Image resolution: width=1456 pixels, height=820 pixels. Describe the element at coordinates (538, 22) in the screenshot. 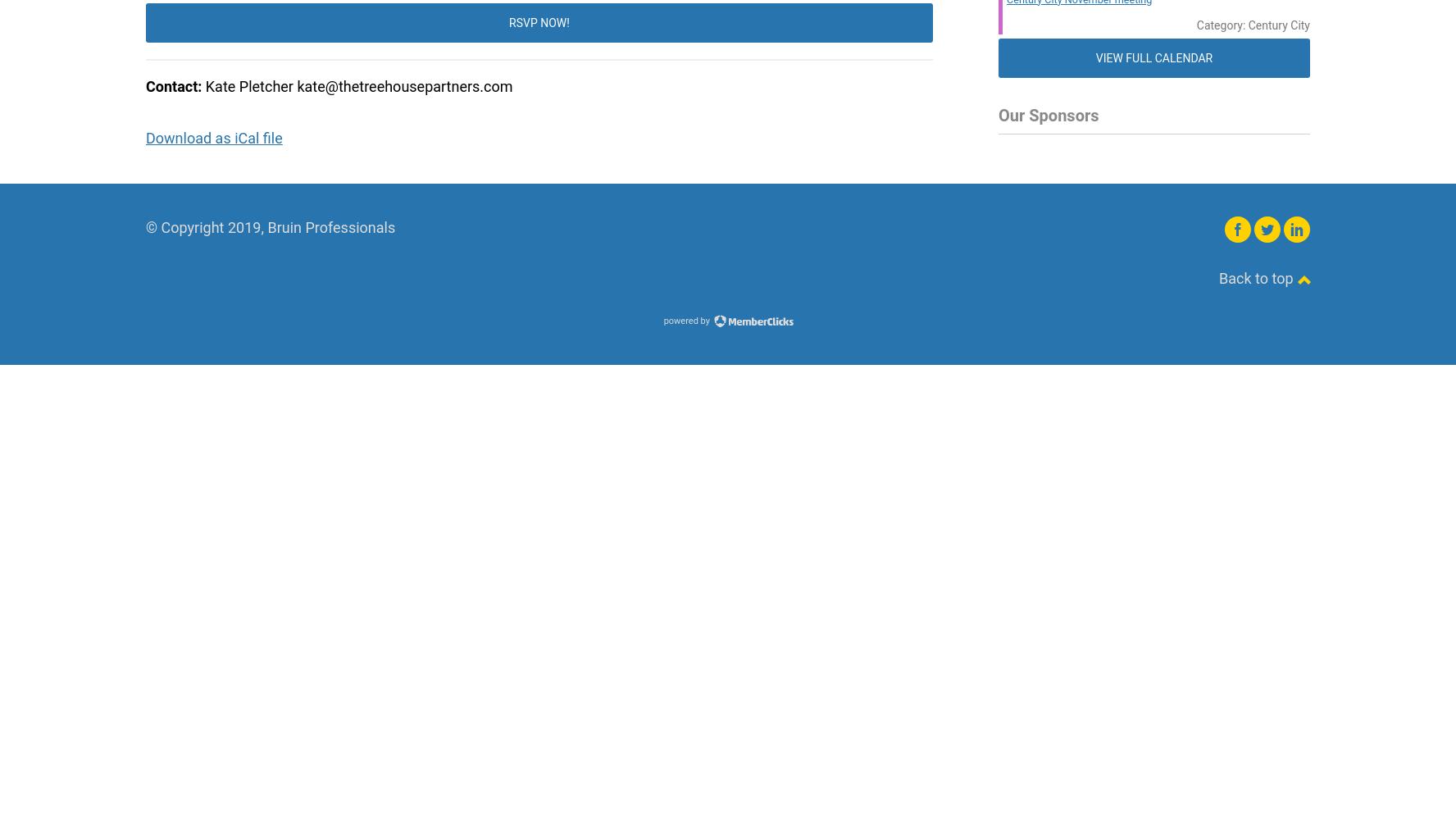

I see `'RSVP Now!'` at that location.